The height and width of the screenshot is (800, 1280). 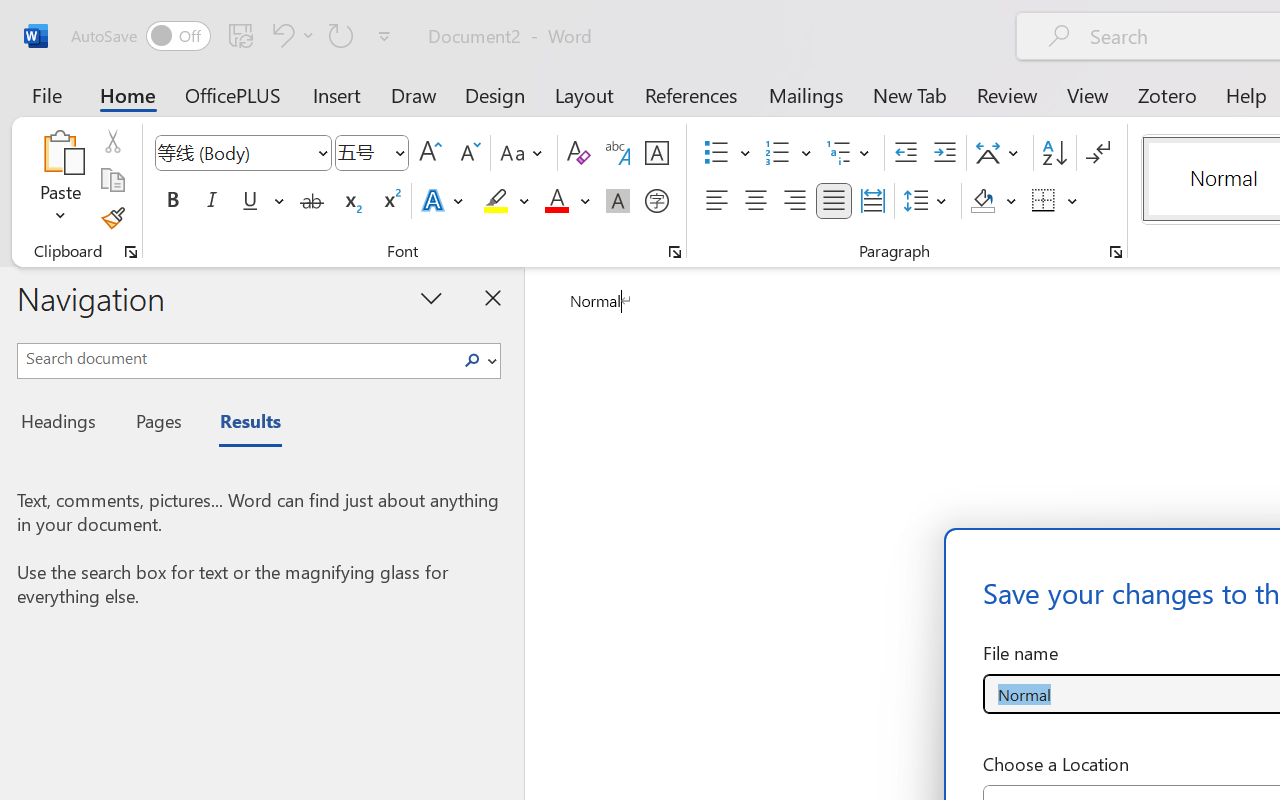 What do you see at coordinates (850, 153) in the screenshot?
I see `'Multilevel List'` at bounding box center [850, 153].